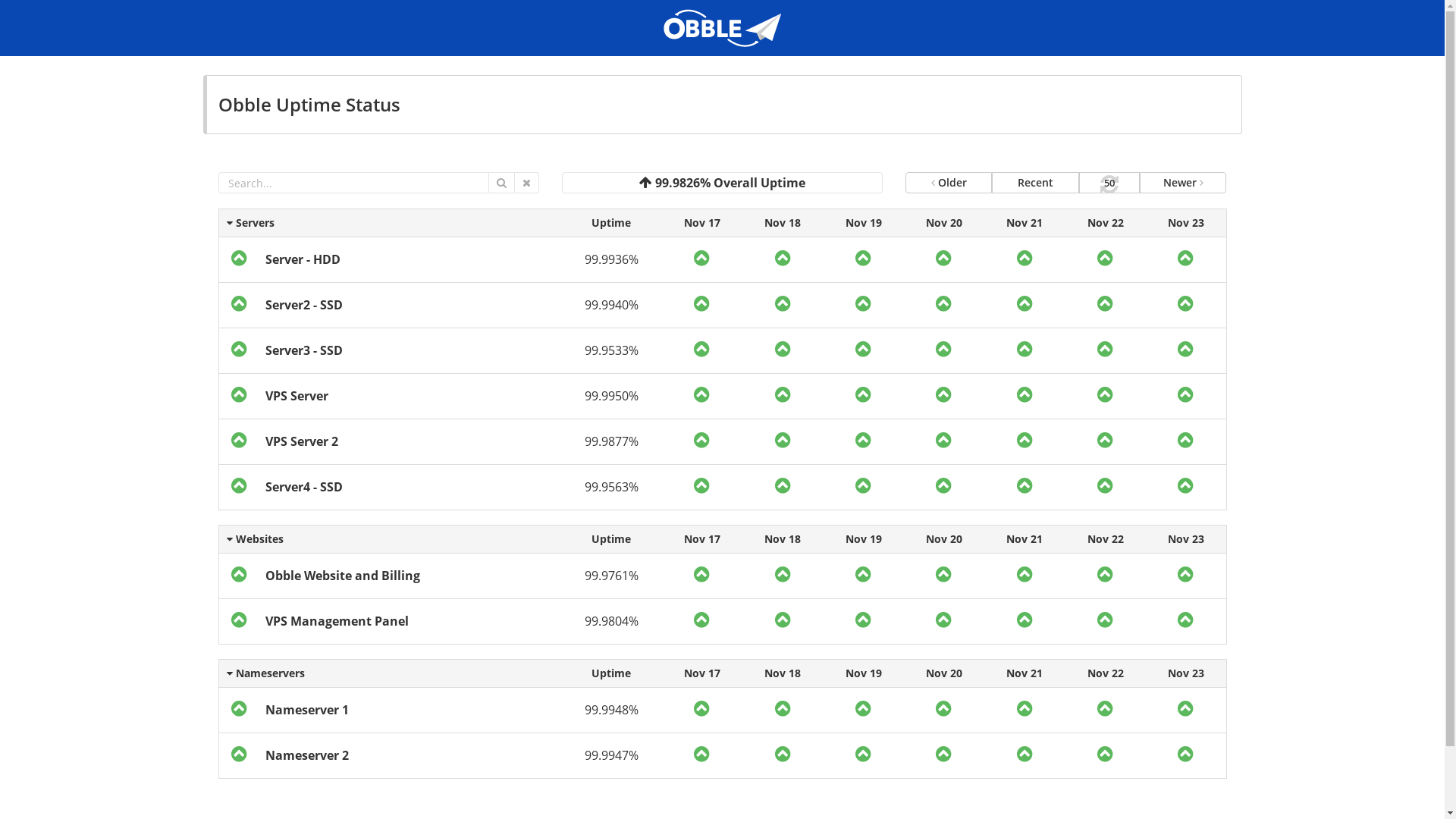 The image size is (1456, 819). I want to click on 'Nameserver 2', so click(306, 755).